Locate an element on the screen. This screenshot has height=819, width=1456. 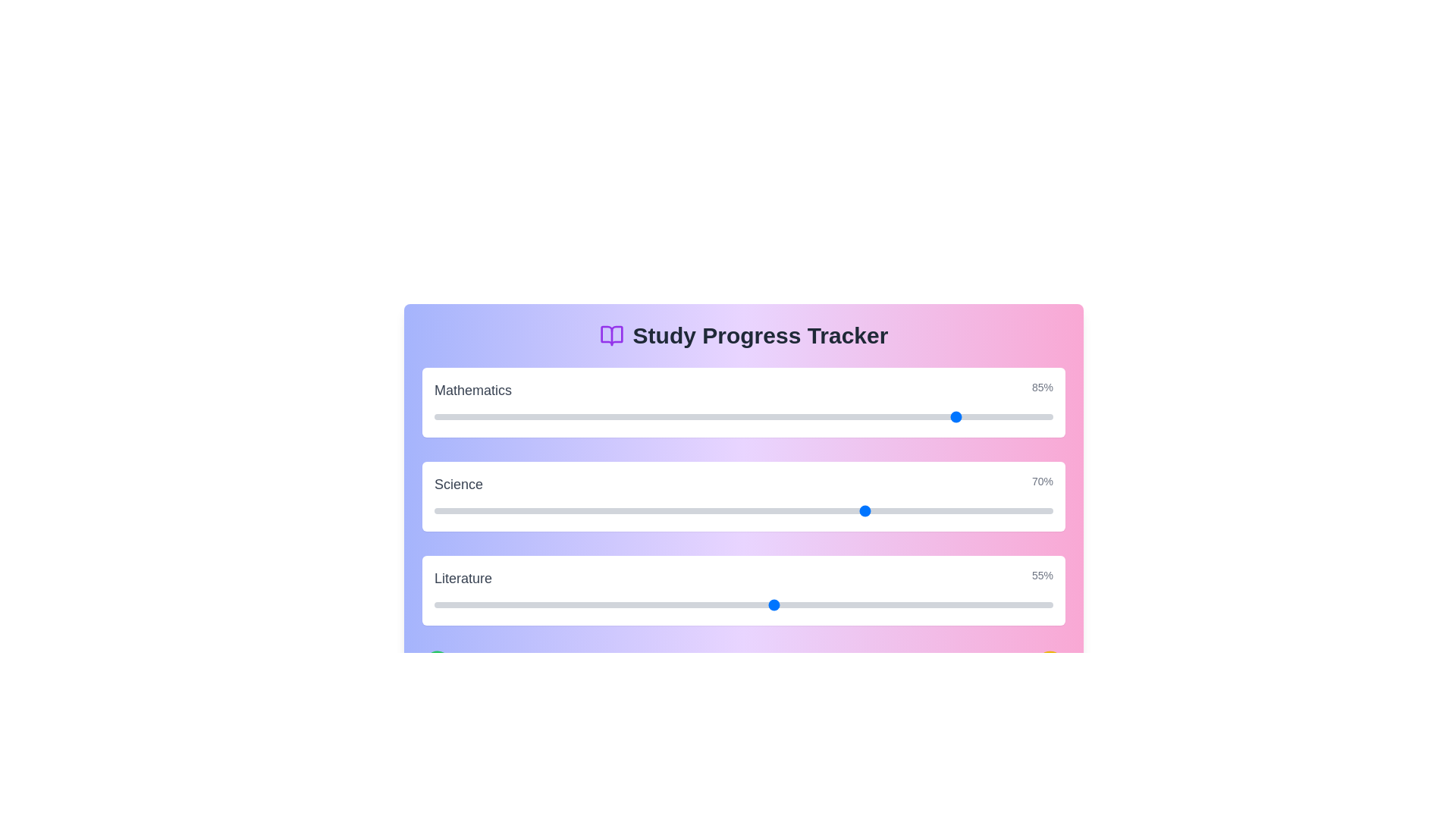
the Literature progress slider to 74% is located at coordinates (892, 604).